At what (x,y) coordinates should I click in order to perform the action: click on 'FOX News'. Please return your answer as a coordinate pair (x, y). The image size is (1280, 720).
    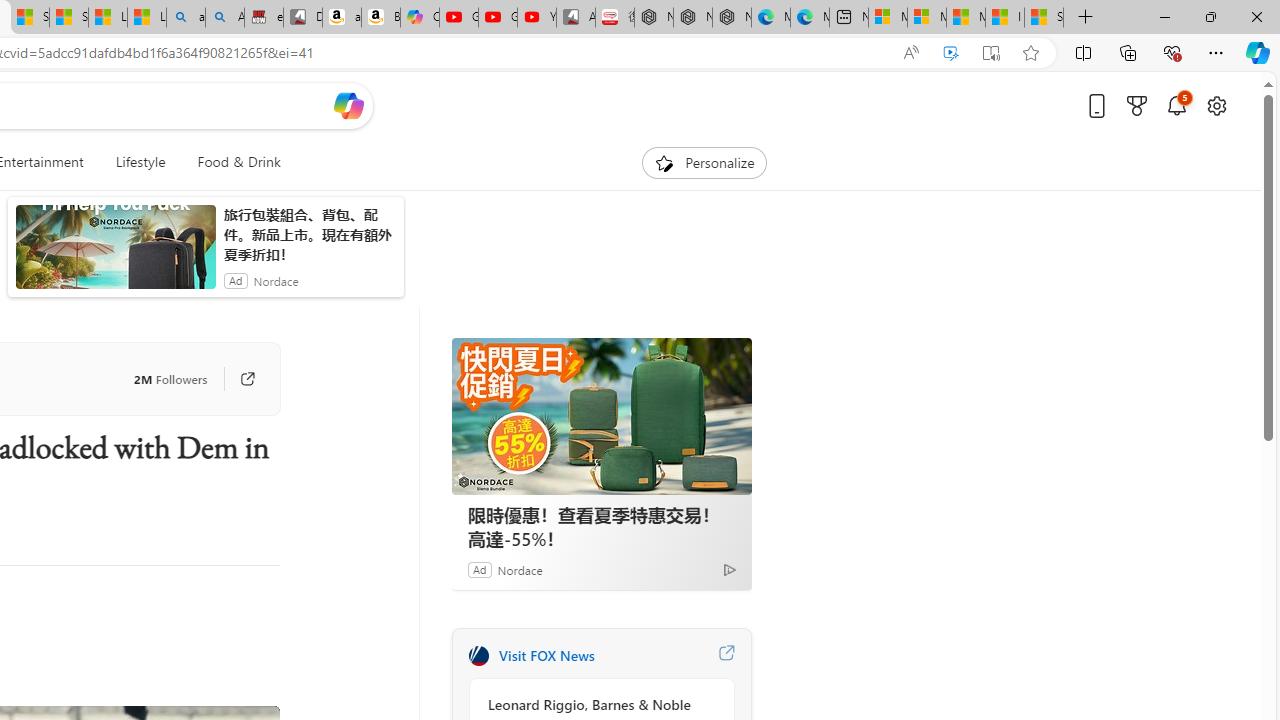
    Looking at the image, I should click on (477, 655).